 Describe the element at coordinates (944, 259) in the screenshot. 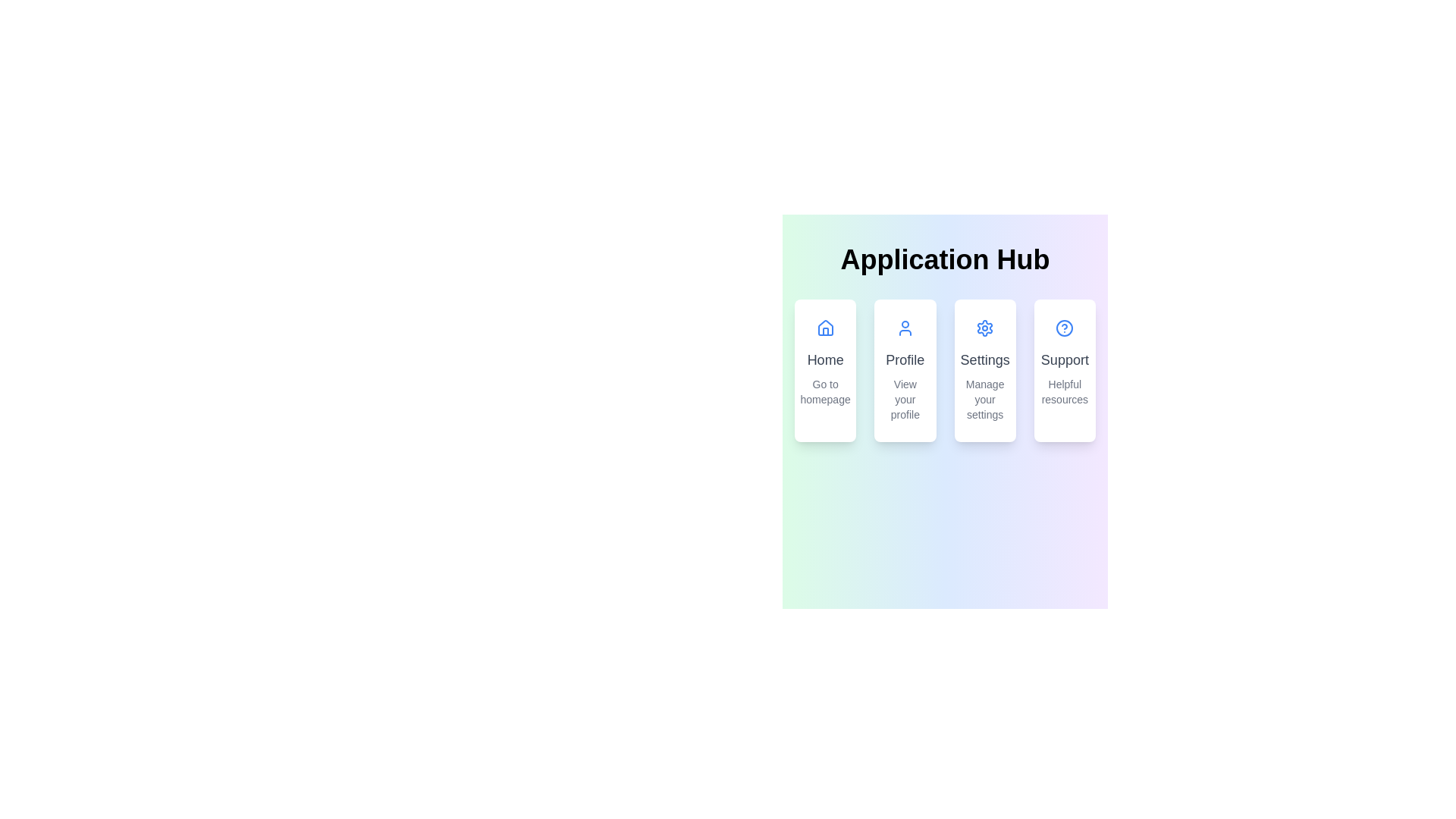

I see `the 'Application Hub' text header element, which features large, bold typography and a gradient text effect, located centrally at the top of the interface just above the navigation options` at that location.